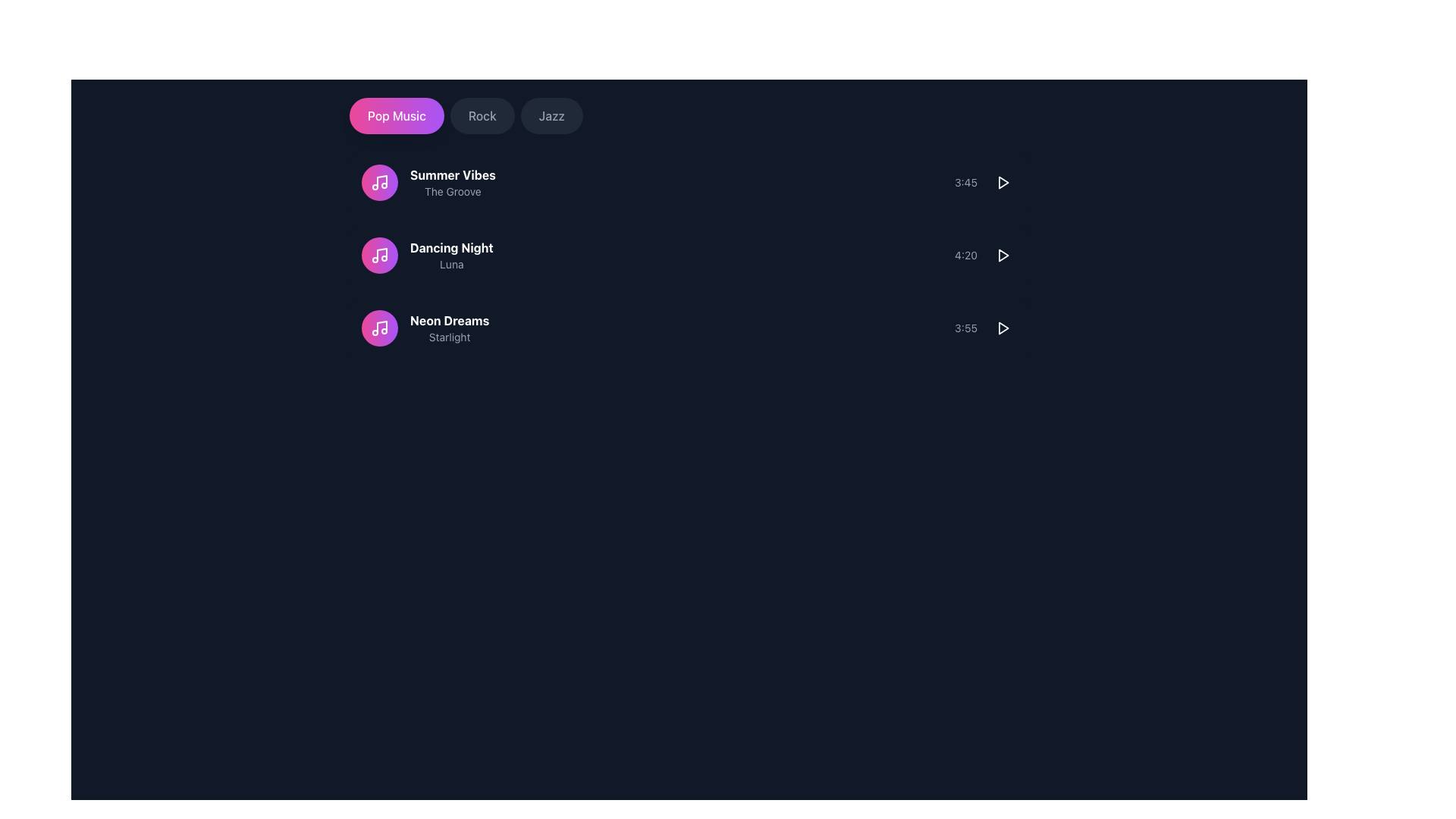  I want to click on the circular music note icon with a gradient background transitioning from pink to purple, located to the left of the 'Dancing Night' and 'Luna' text elements, so click(379, 254).